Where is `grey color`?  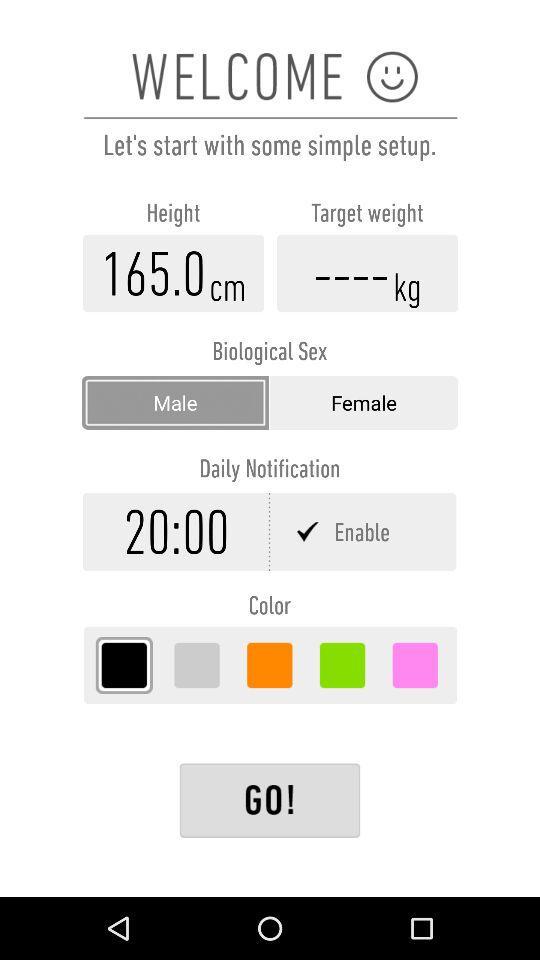 grey color is located at coordinates (197, 665).